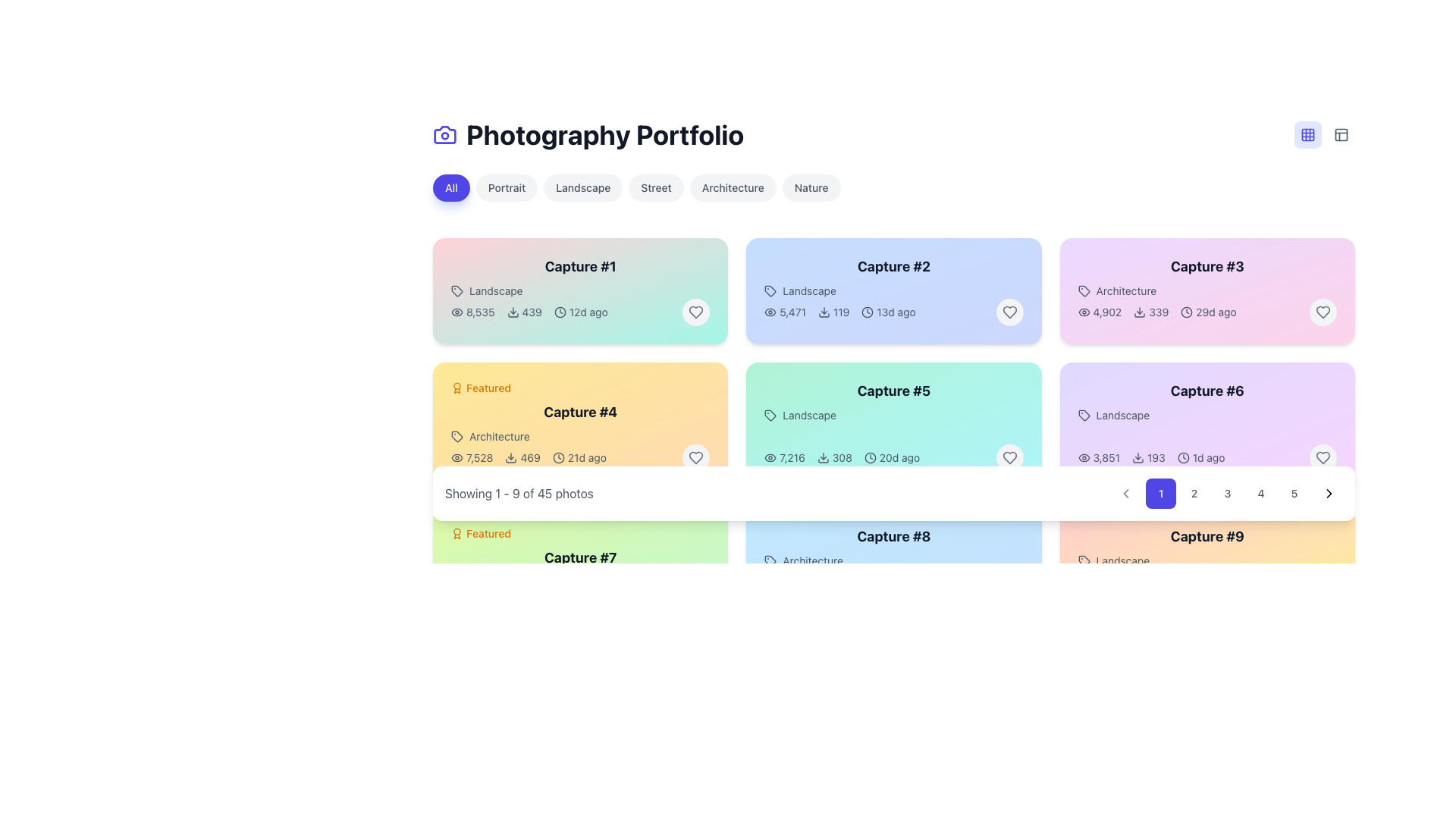  I want to click on the blue circular button with a white number '1' centered within it, so click(1160, 494).